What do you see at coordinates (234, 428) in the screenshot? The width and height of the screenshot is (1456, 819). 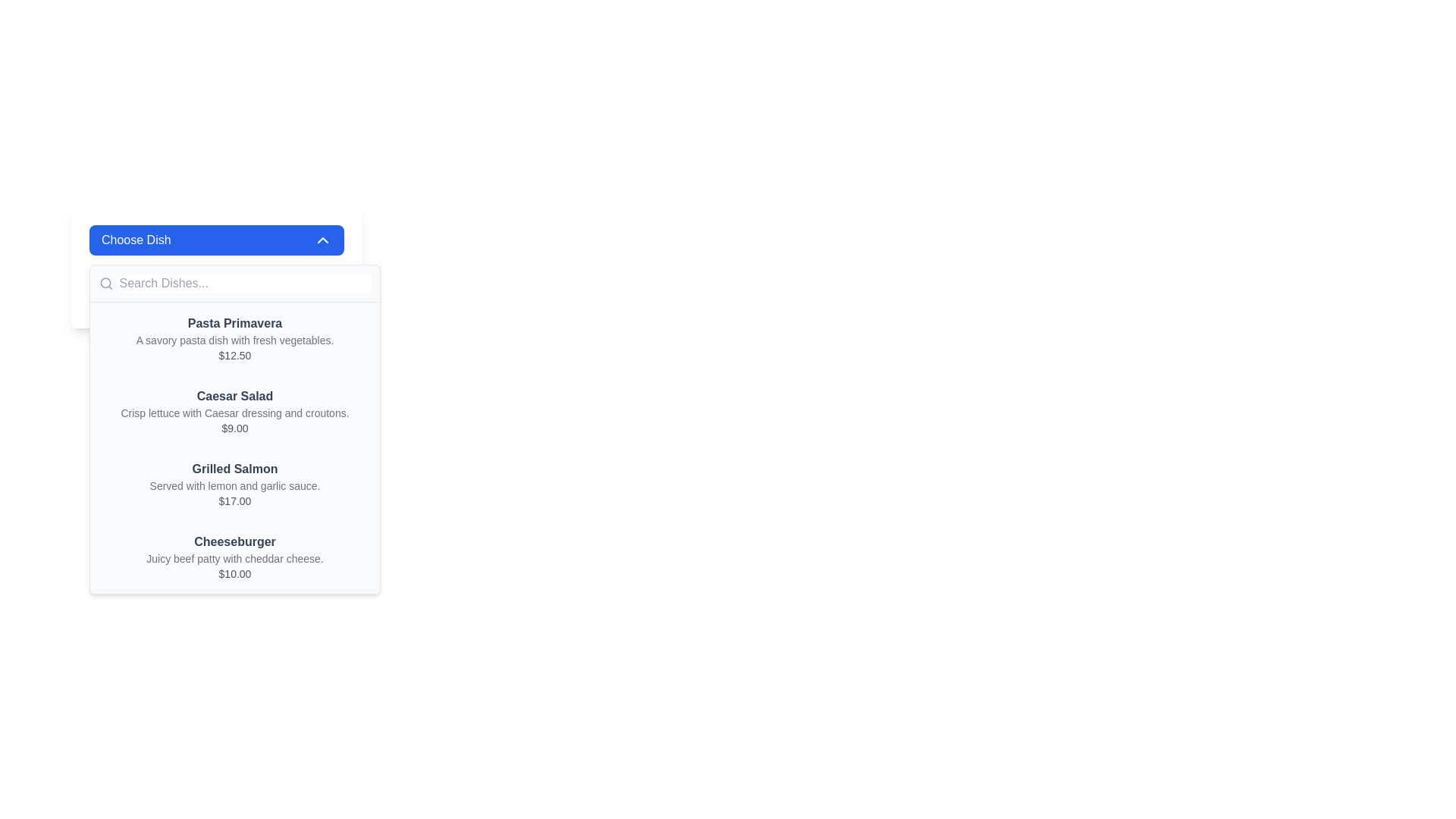 I see `the text label displaying the price '$9.00' located at the bottom of the description block for 'Caesar Salad' in the dropdown menu` at bounding box center [234, 428].